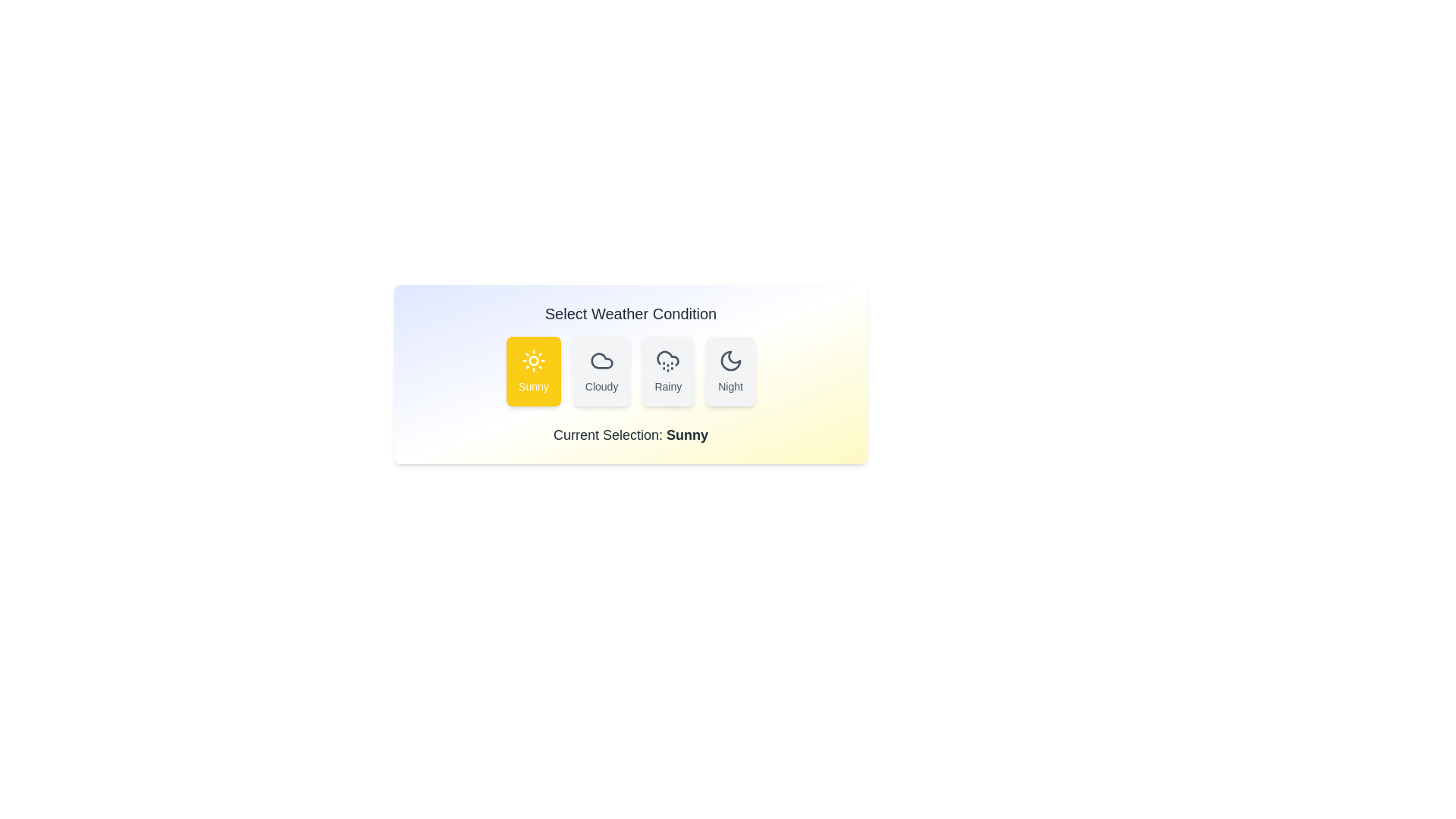 The image size is (1456, 819). Describe the element at coordinates (533, 371) in the screenshot. I see `the weather condition by clicking on the corresponding button labeled Sunny` at that location.